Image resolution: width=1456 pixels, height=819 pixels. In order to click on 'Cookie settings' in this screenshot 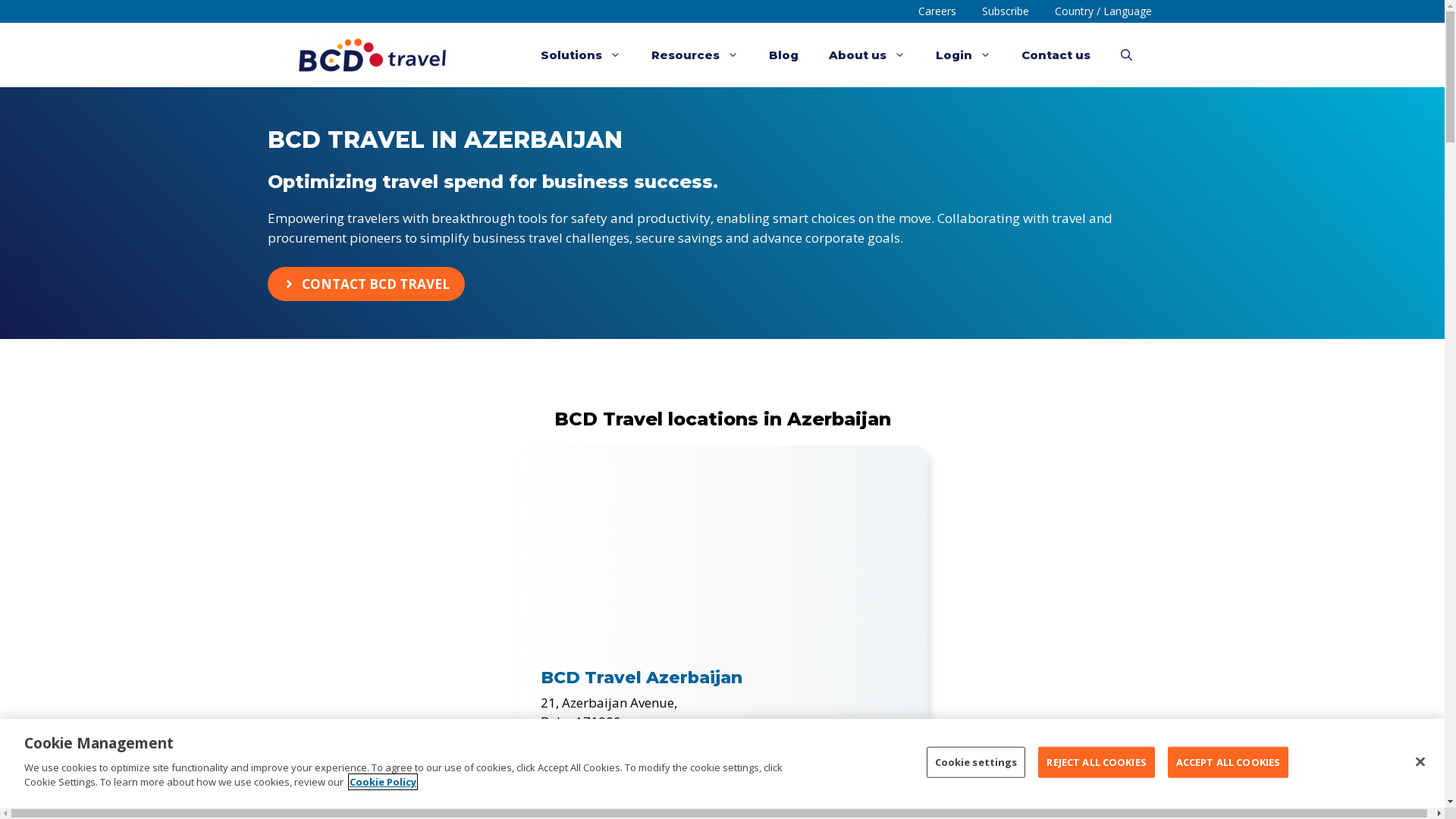, I will do `click(926, 762)`.